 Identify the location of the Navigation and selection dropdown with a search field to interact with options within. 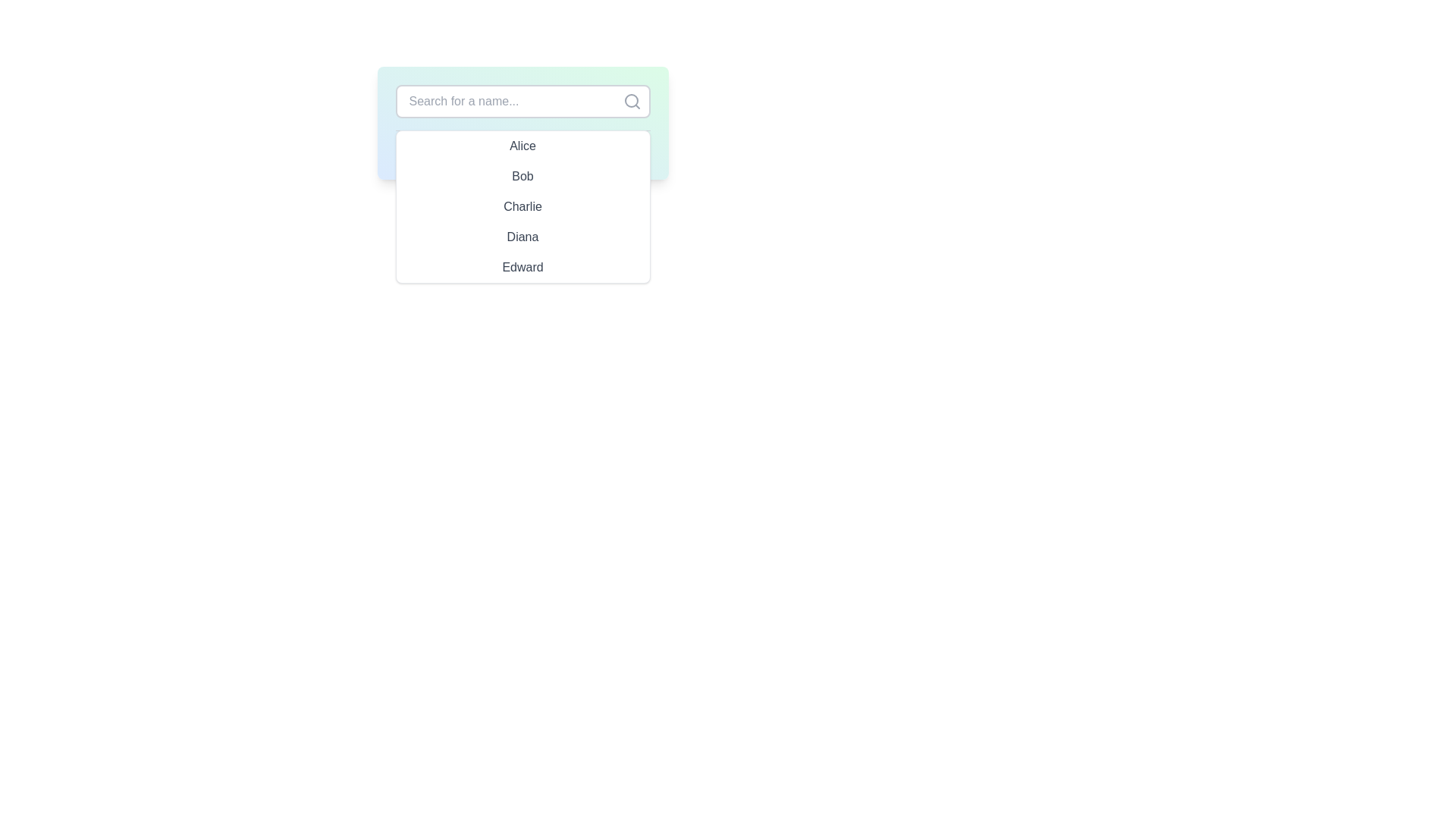
(522, 122).